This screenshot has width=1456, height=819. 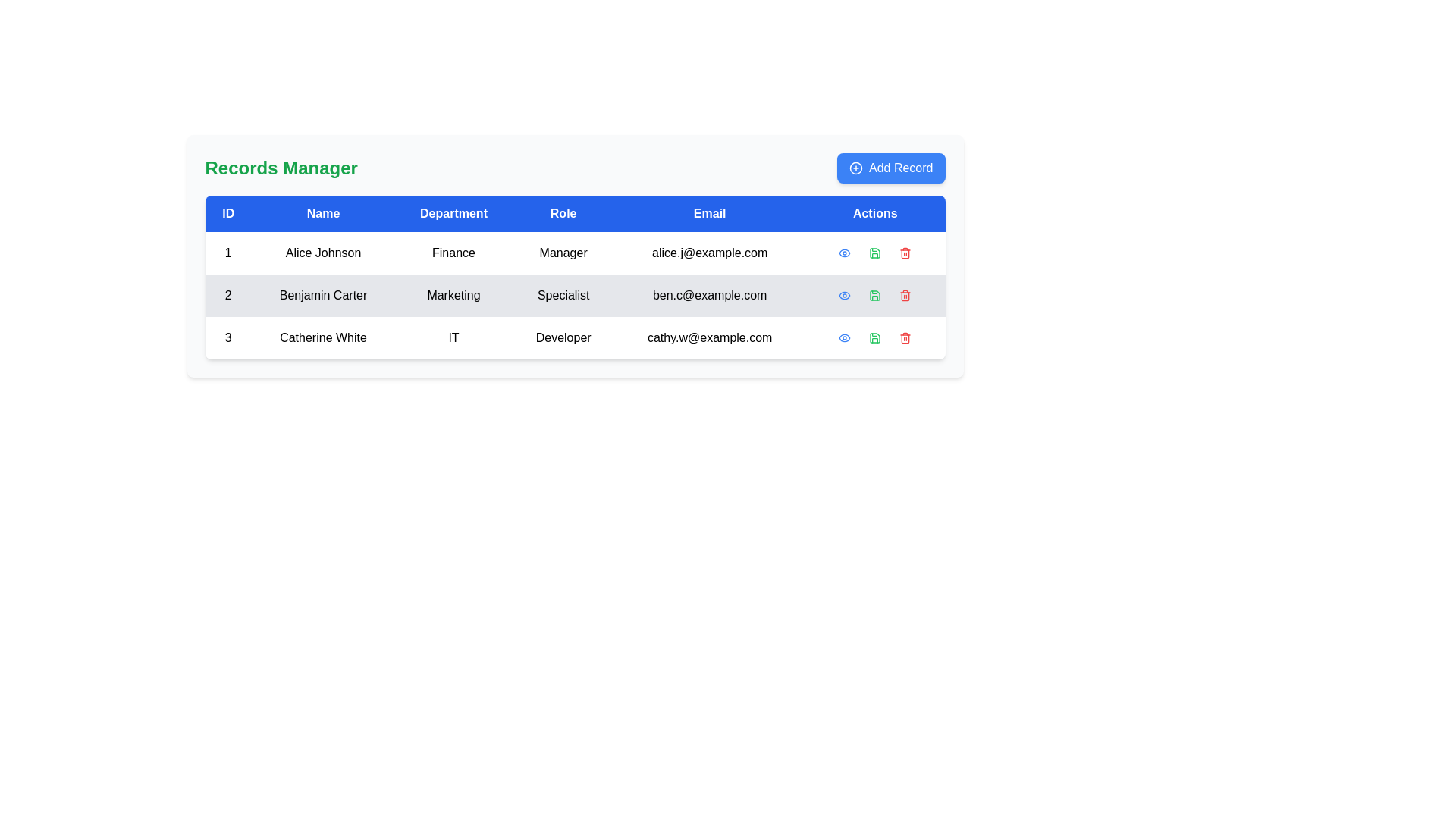 I want to click on the green save icon, which is the second icon in the 'Actions' column of the first row in the data table, so click(x=875, y=253).